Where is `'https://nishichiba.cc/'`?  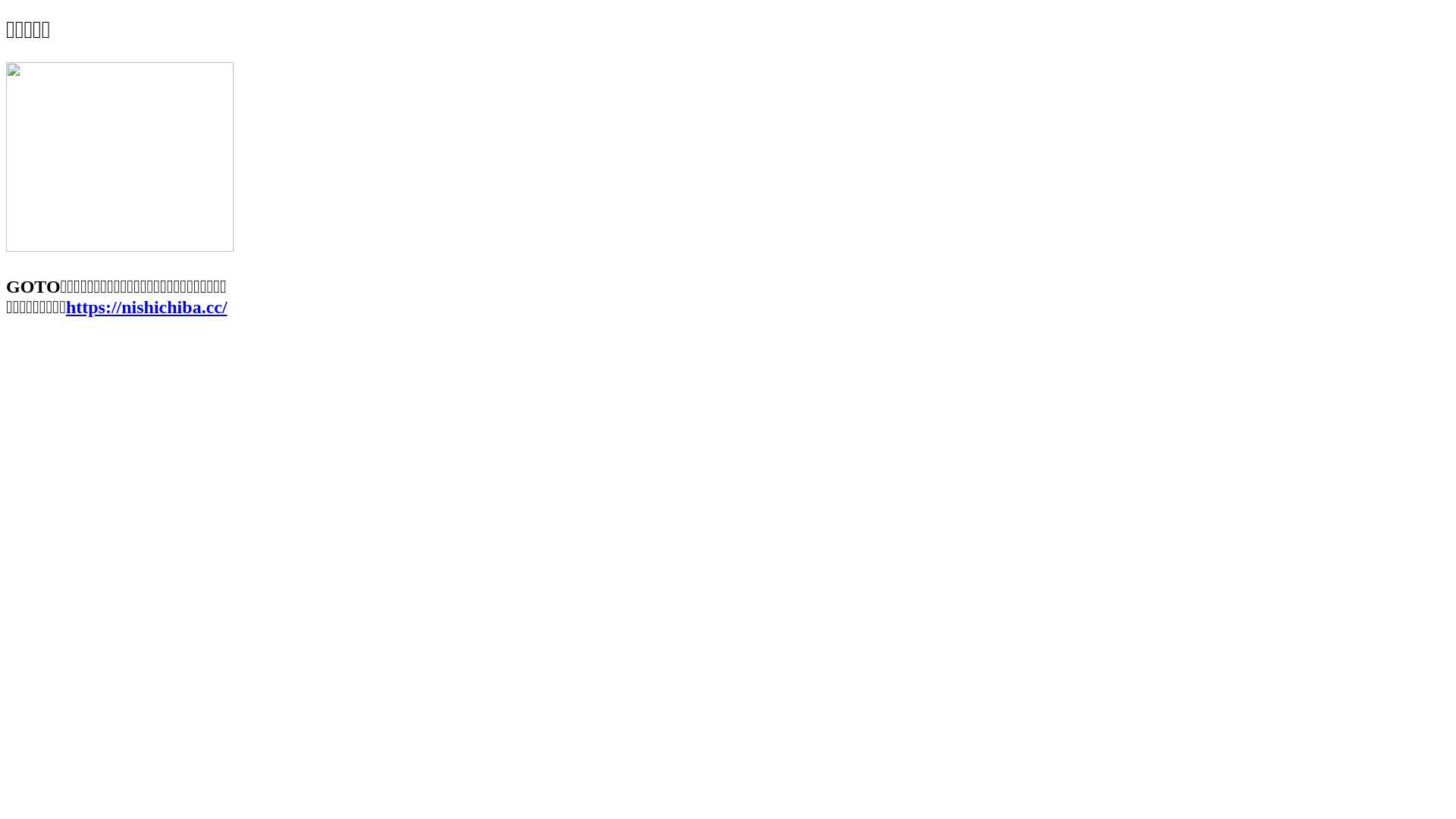
'https://nishichiba.cc/' is located at coordinates (64, 307).